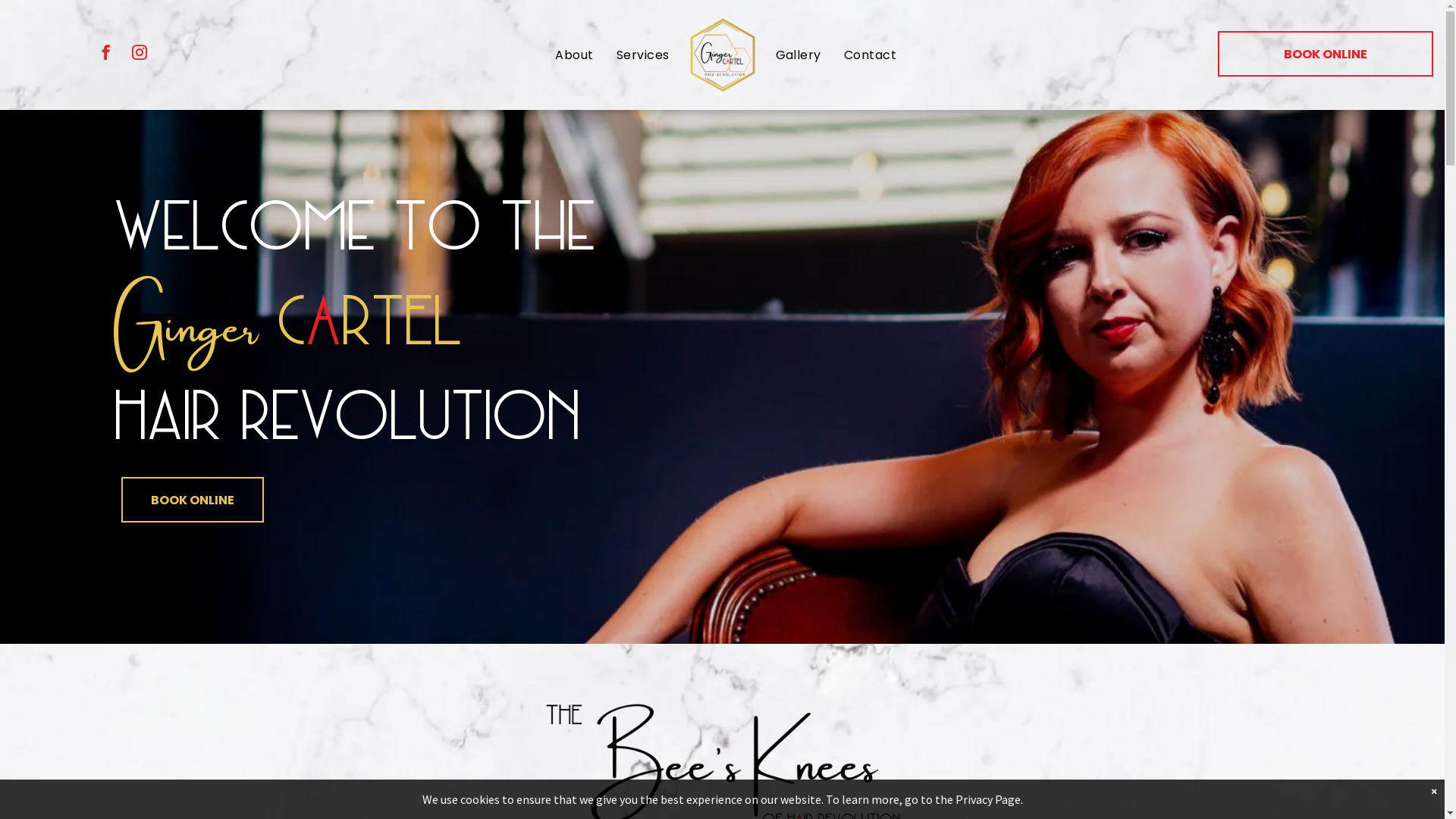 This screenshot has width=1456, height=819. I want to click on 'Contact', so click(870, 54).